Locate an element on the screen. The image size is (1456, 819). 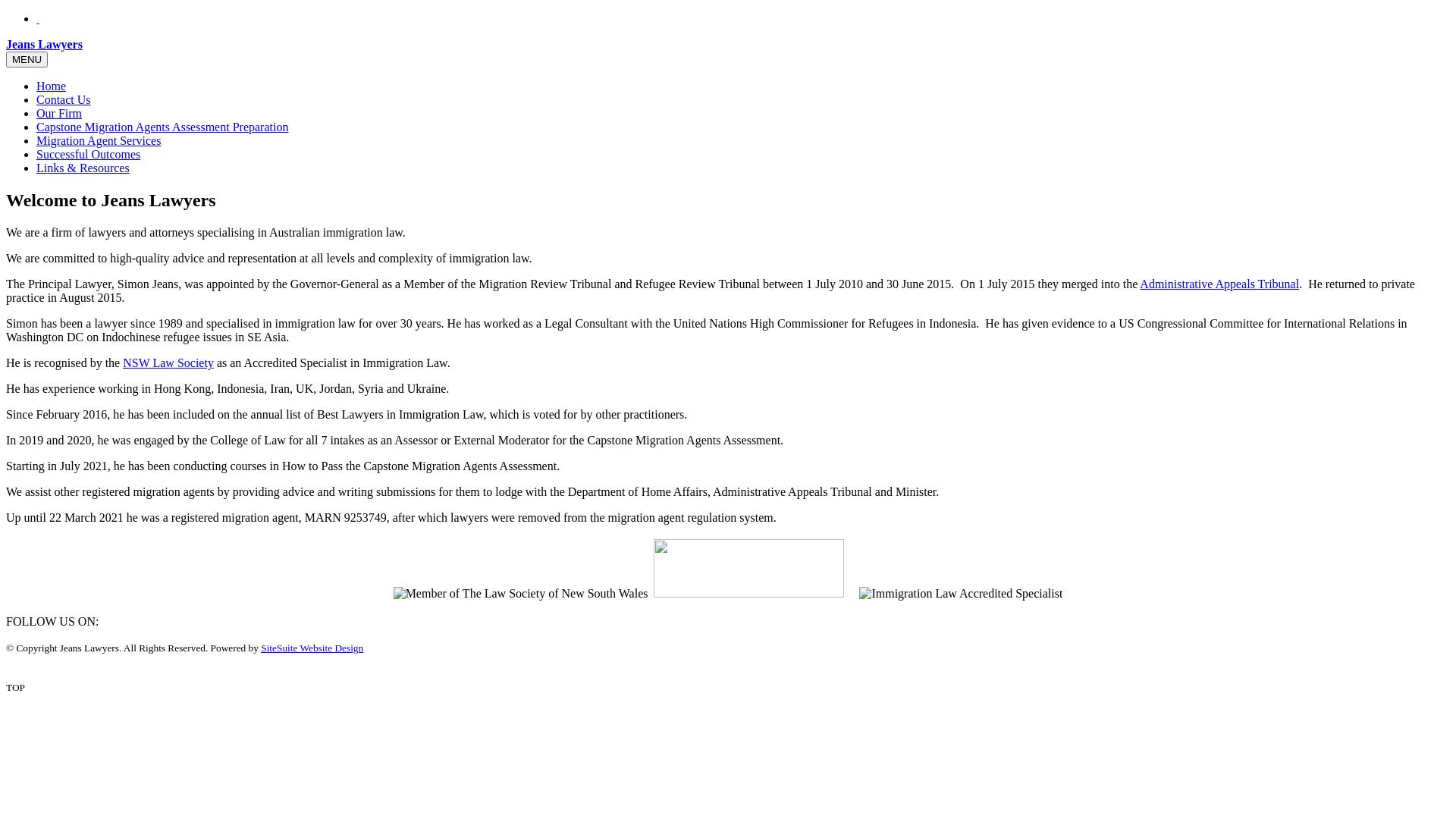
'Home' is located at coordinates (51, 86).